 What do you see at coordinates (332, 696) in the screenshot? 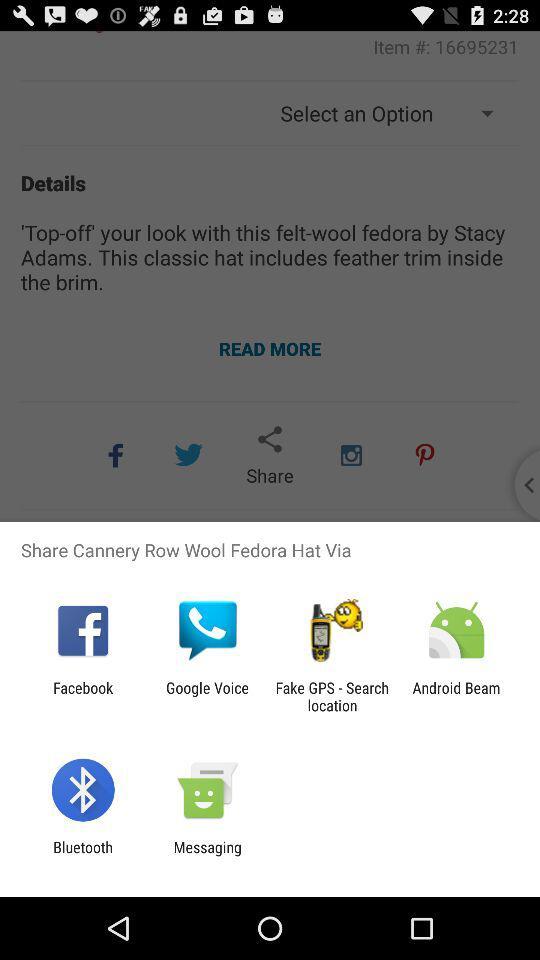
I see `item to the right of the google voice` at bounding box center [332, 696].